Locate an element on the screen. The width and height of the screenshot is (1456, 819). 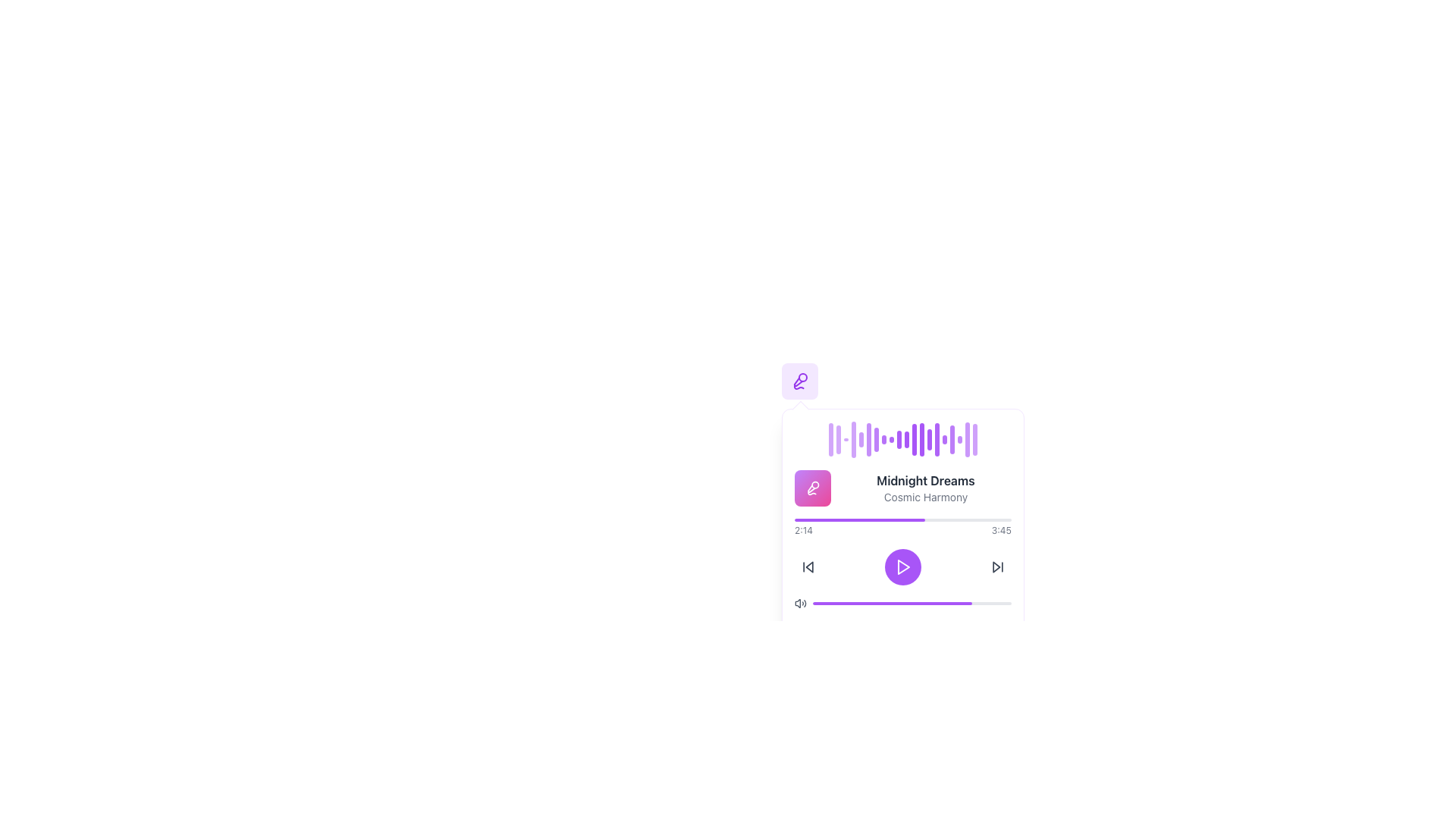
the last decorative vertical purple bar with a rounded end, part of a waveform design, located at the far-right end of the group is located at coordinates (975, 438).